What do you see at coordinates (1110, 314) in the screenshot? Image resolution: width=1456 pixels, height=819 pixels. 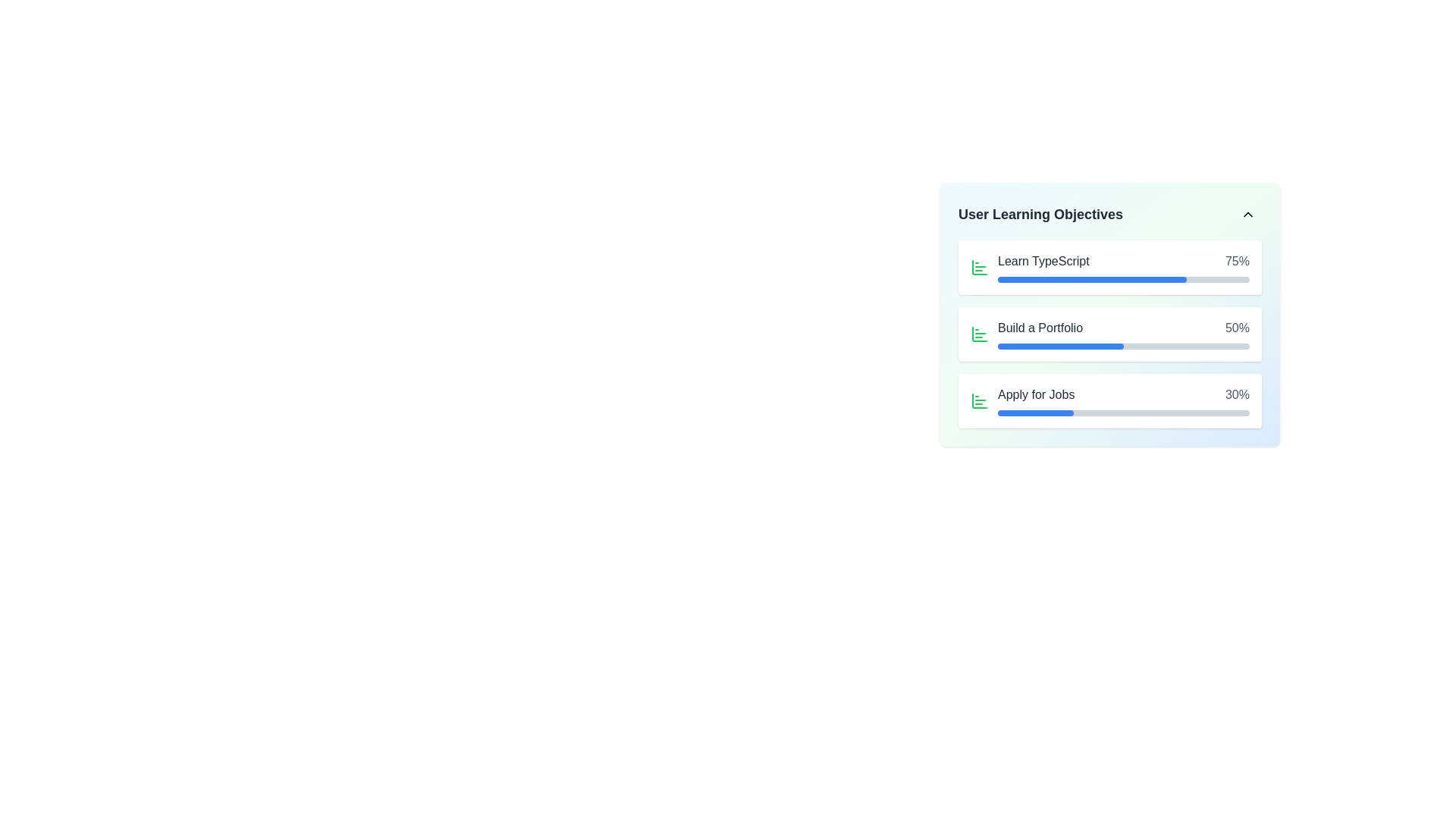 I see `the progress bar within the 'Build a Portfolio' card section, which shows a progress status of 50%` at bounding box center [1110, 314].